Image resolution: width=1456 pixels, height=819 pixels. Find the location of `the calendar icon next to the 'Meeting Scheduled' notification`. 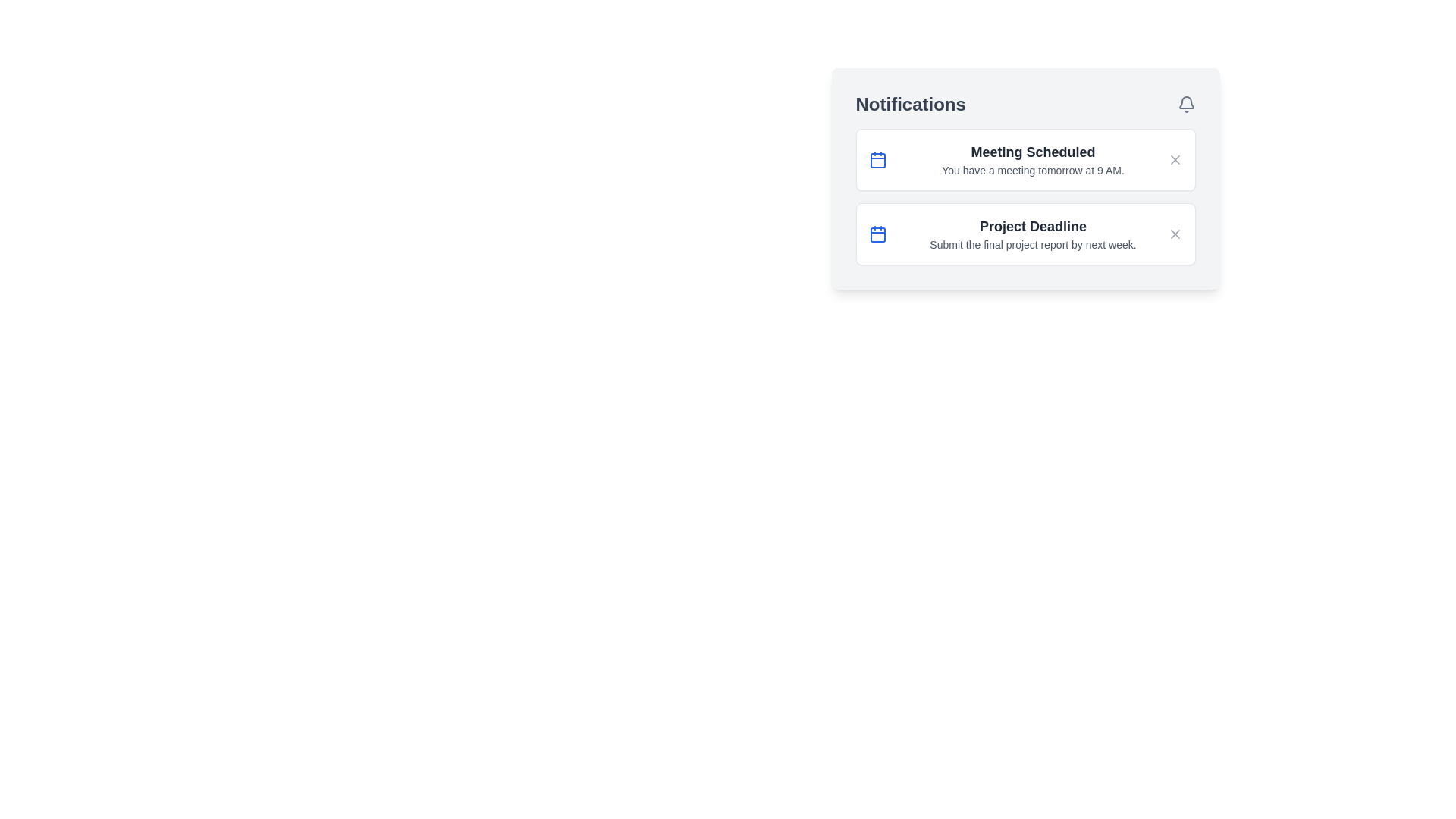

the calendar icon next to the 'Meeting Scheduled' notification is located at coordinates (877, 160).